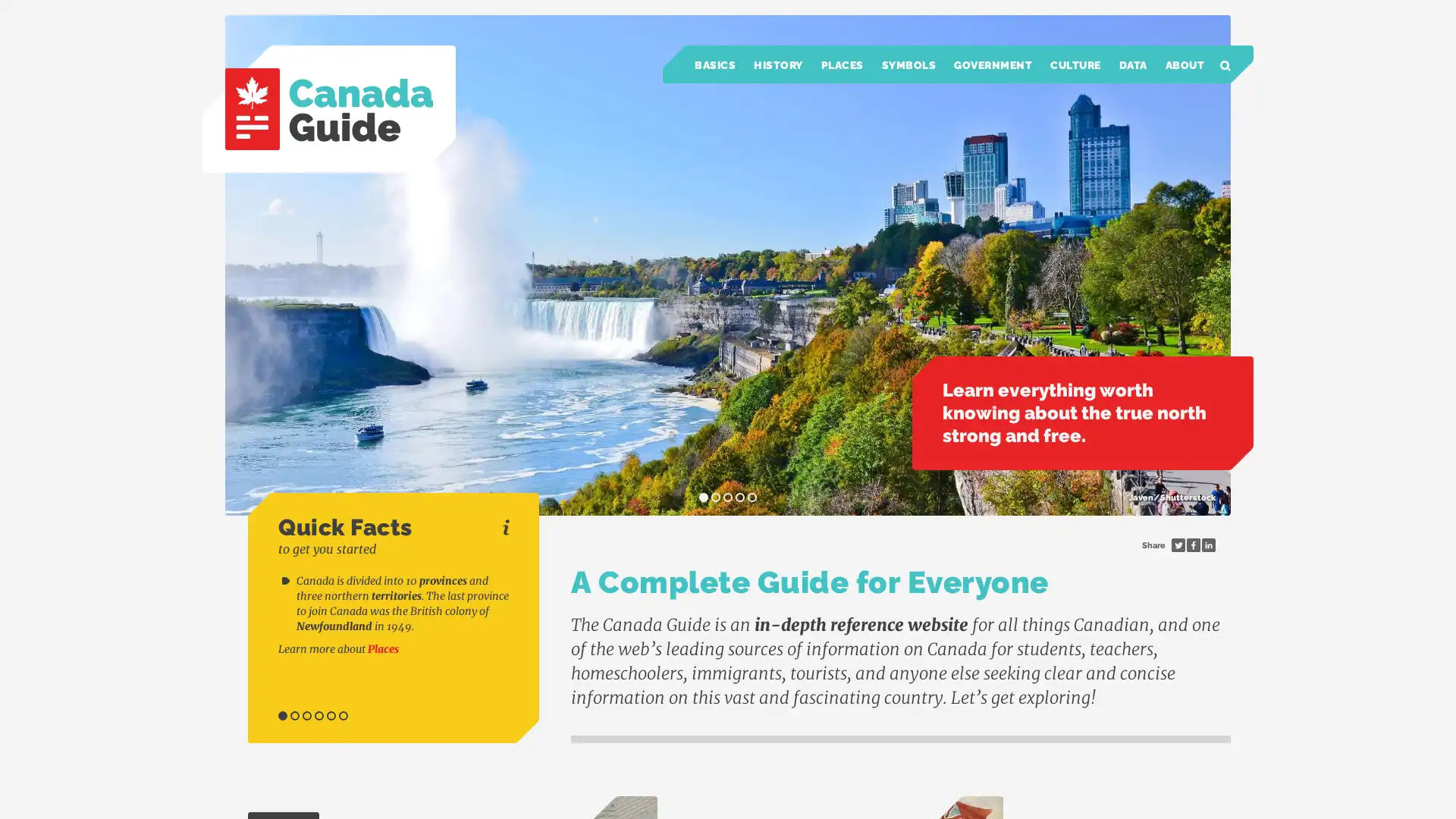 This screenshot has height=819, width=1456. What do you see at coordinates (294, 716) in the screenshot?
I see `Go to slide 2` at bounding box center [294, 716].